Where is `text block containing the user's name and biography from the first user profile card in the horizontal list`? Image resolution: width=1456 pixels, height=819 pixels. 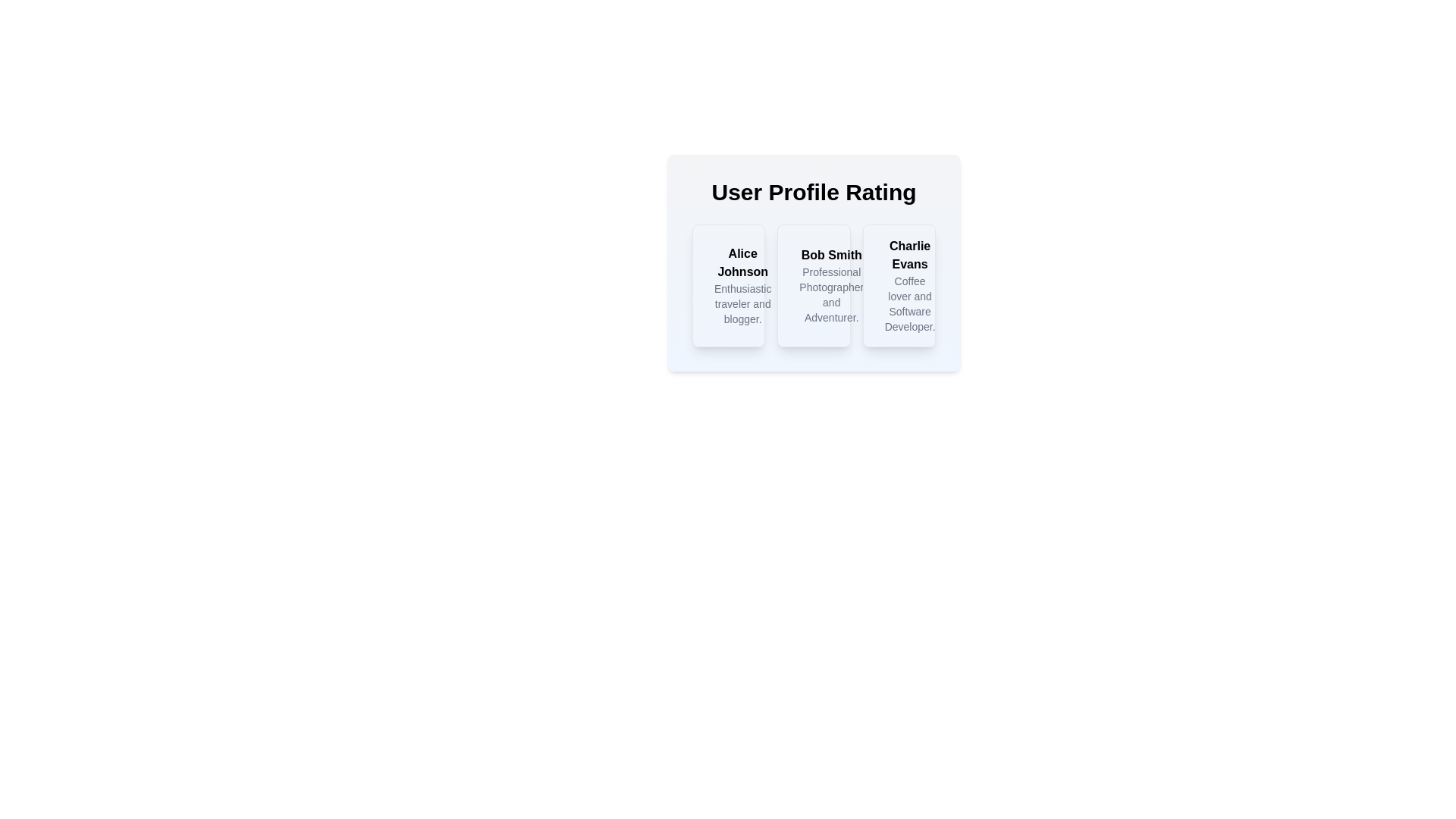 text block containing the user's name and biography from the first user profile card in the horizontal list is located at coordinates (729, 286).